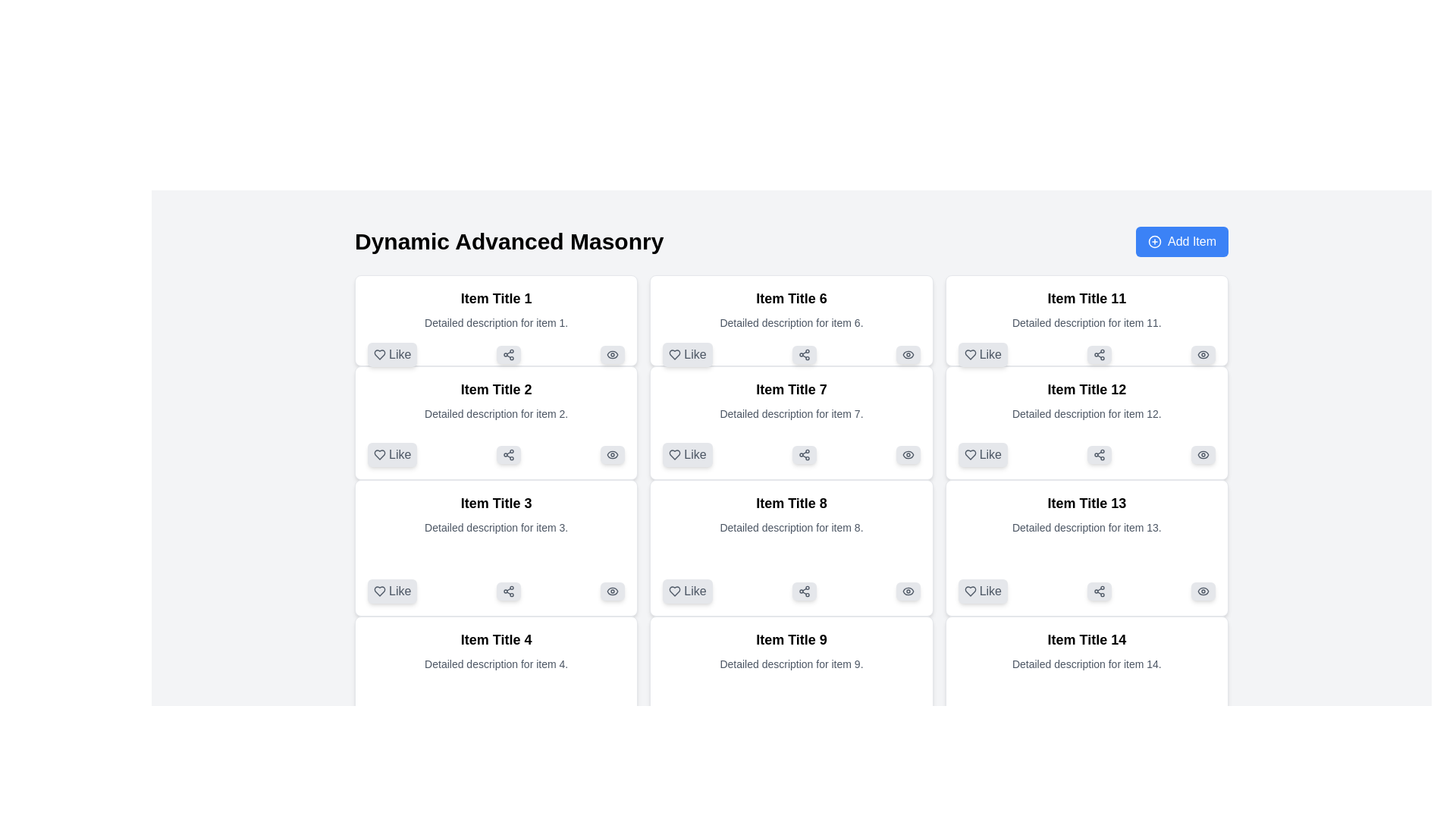  I want to click on eye icon located within the 'Item Title 7' card, which is characterized by its elliptical outline and minimalist design, so click(908, 454).